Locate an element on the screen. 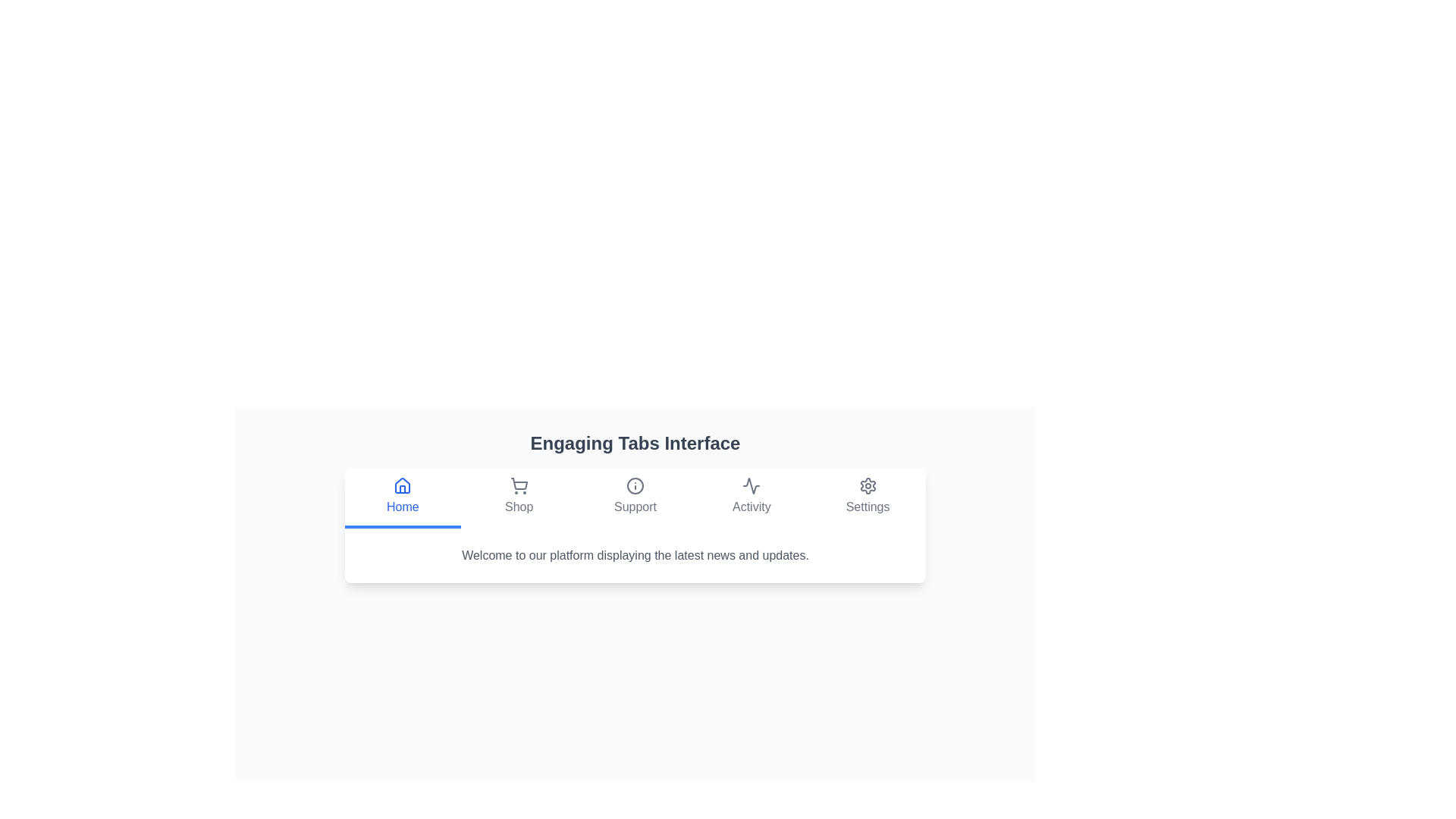 The image size is (1456, 819). the 'Home' text label, which is styled in blue font and located below a house icon in the navigation bar is located at coordinates (403, 507).